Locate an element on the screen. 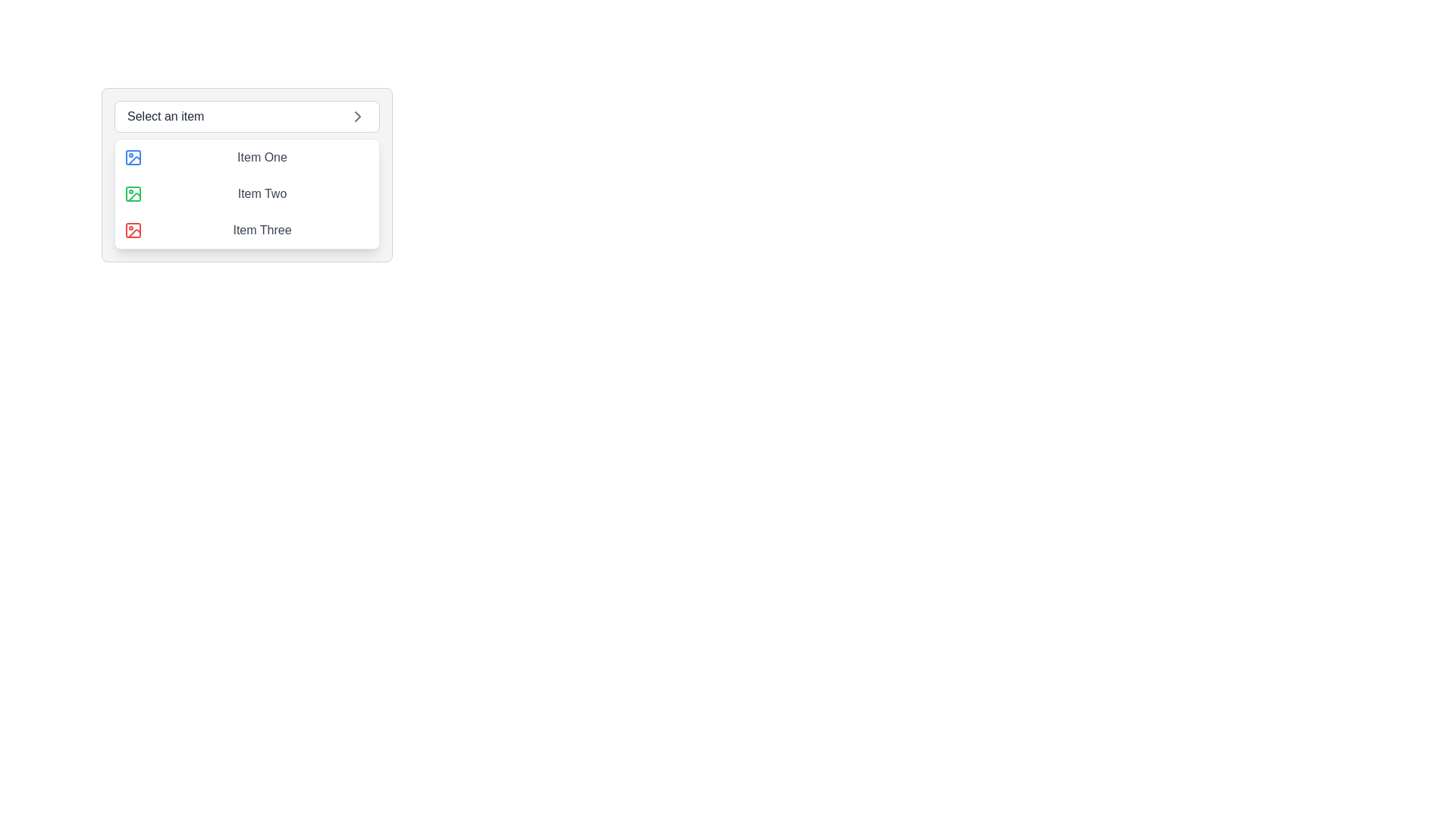  the right-pointing gray chevron icon that indicates additional options in the 'Select an item' dropdown menu is located at coordinates (356, 116).